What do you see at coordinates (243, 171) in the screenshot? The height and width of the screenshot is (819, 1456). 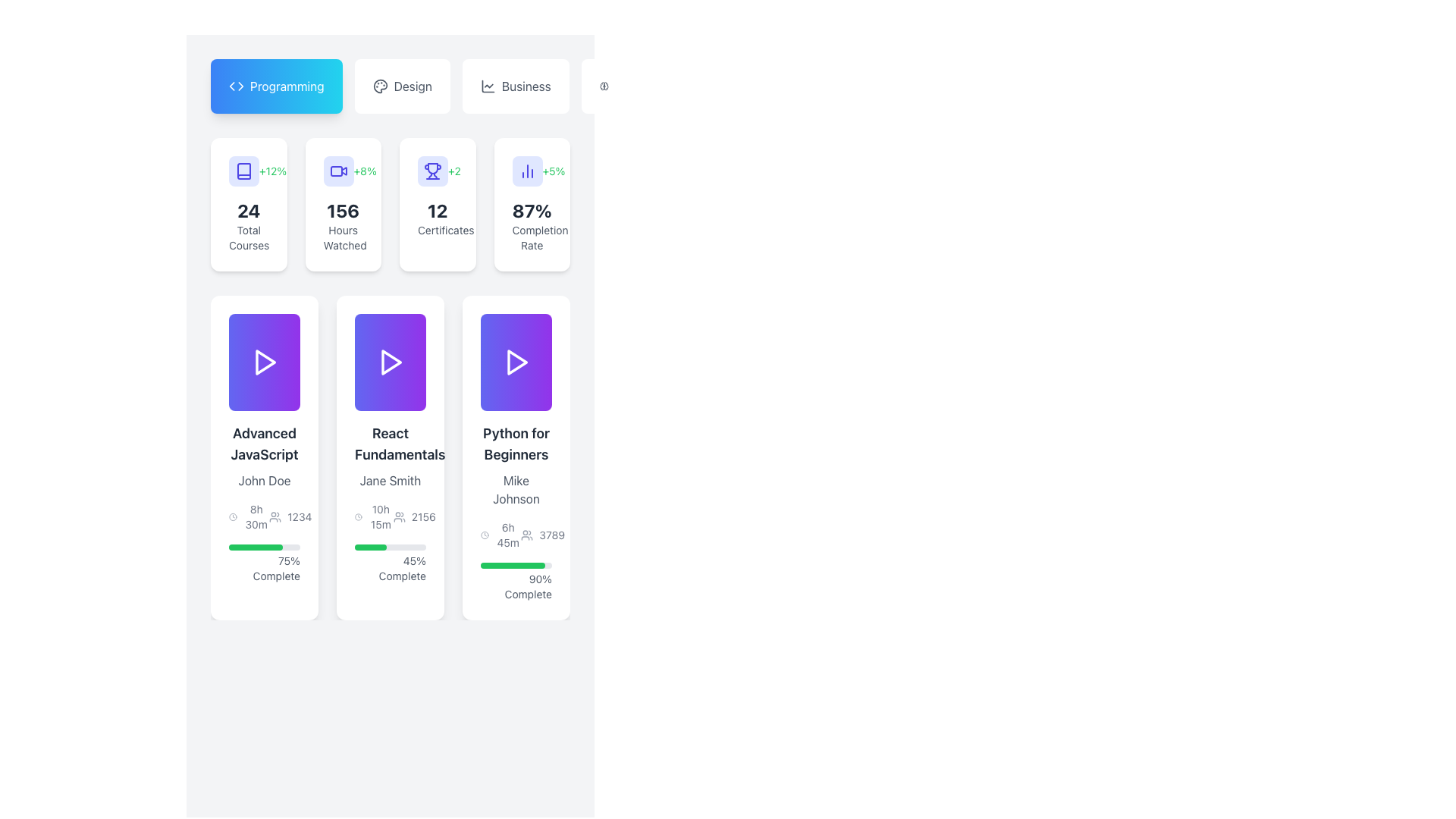 I see `the SVG book icon, which is styled with a thin outline and light indigo color, located at the top left of the card displaying the '24 Total Courses' statistic` at bounding box center [243, 171].